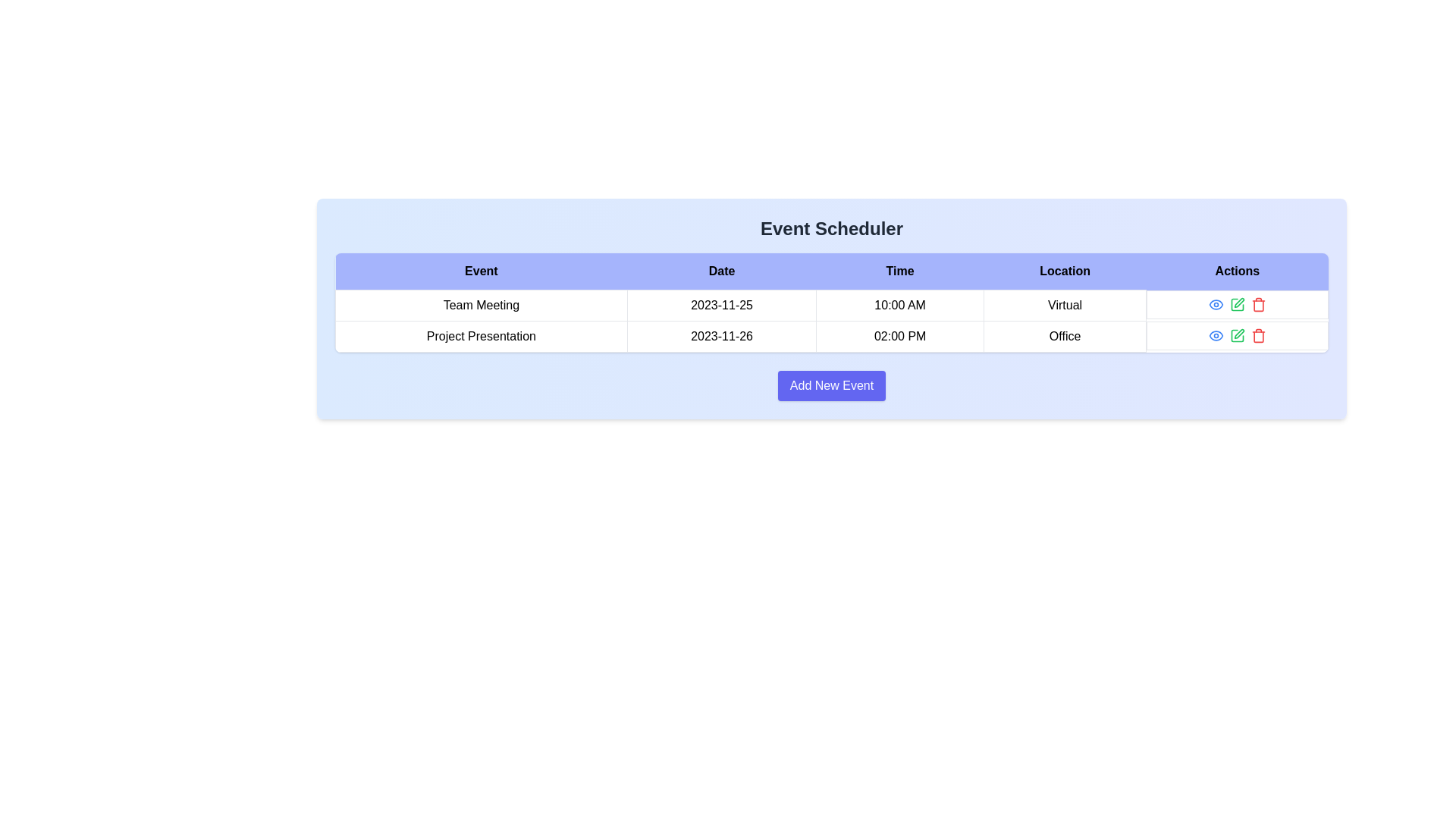 This screenshot has width=1456, height=819. Describe the element at coordinates (1259, 334) in the screenshot. I see `the red-colored trash icon button located in the rightmost column under 'Actions' in the second row of the table` at that location.